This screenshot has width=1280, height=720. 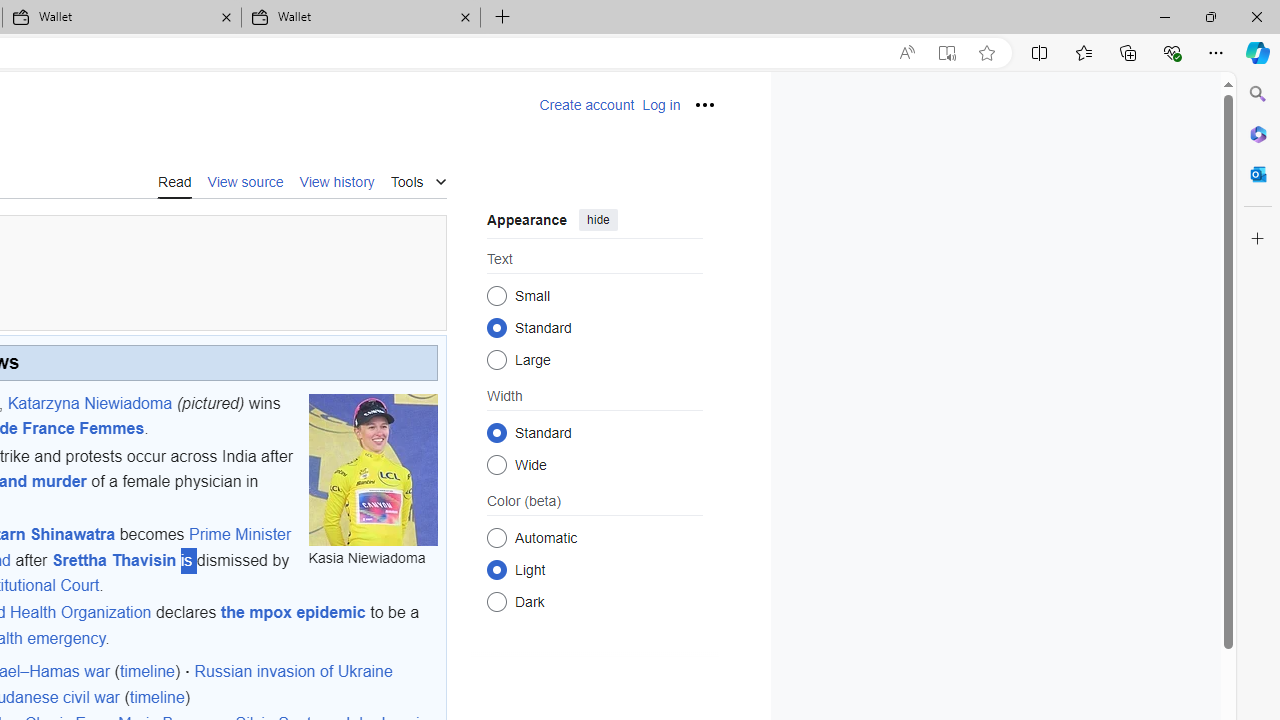 I want to click on 'Russian invasion of Ukraine', so click(x=292, y=672).